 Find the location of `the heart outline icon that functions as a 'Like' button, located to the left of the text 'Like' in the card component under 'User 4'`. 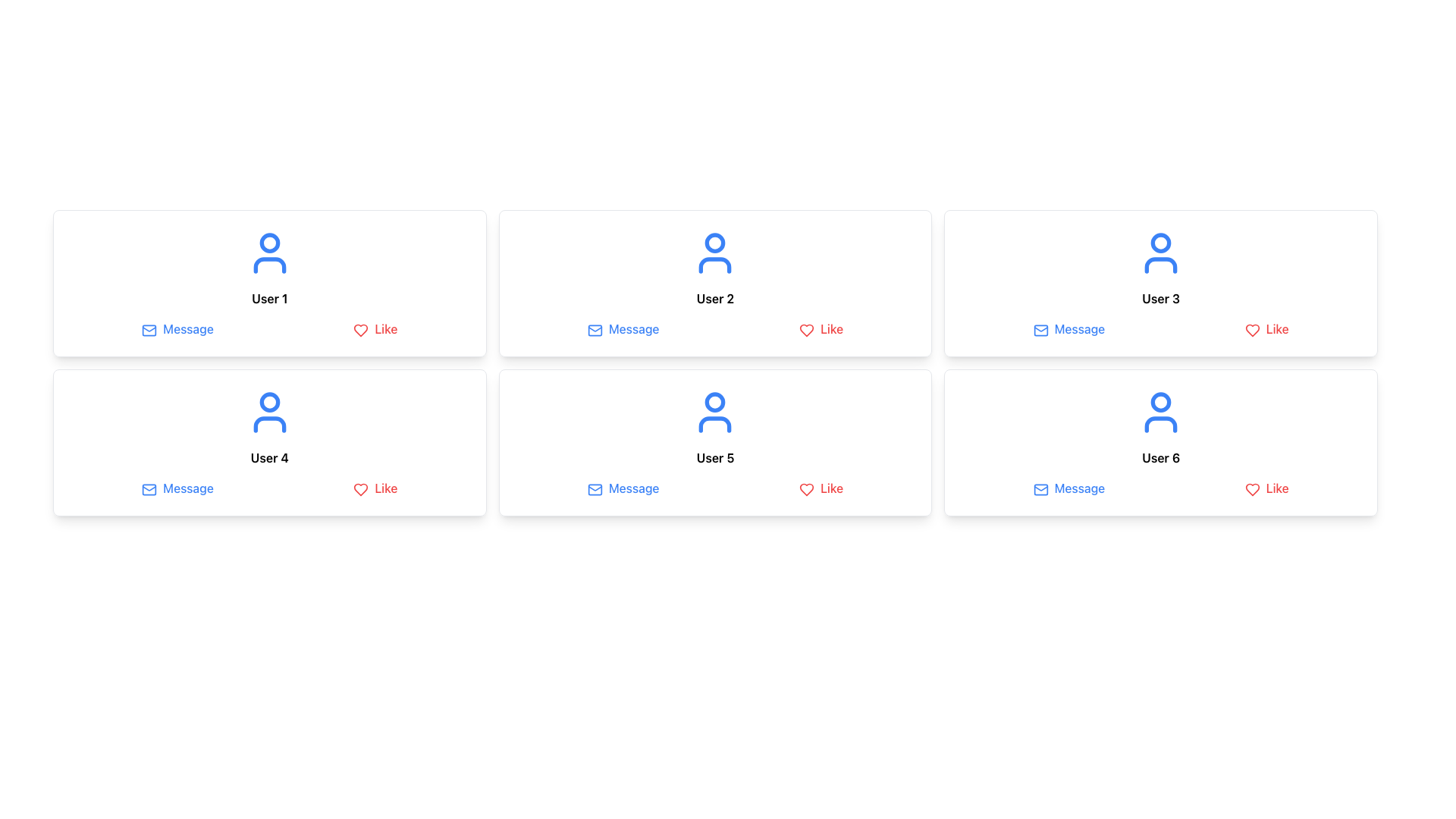

the heart outline icon that functions as a 'Like' button, located to the left of the text 'Like' in the card component under 'User 4' is located at coordinates (360, 489).